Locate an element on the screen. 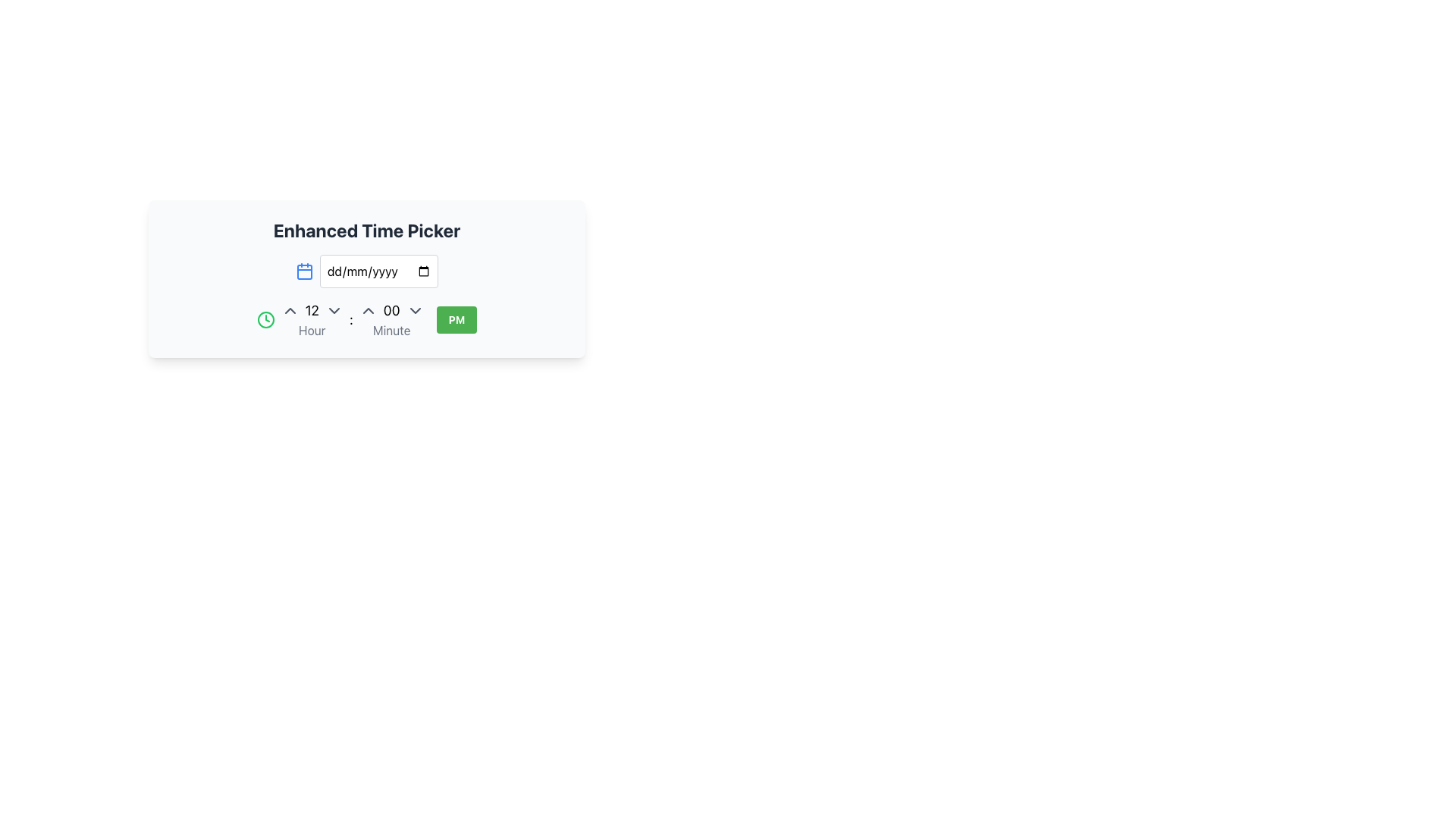 The height and width of the screenshot is (819, 1456). the Date Input Field with placeholder text 'dd/mm/yyyy' is located at coordinates (378, 271).